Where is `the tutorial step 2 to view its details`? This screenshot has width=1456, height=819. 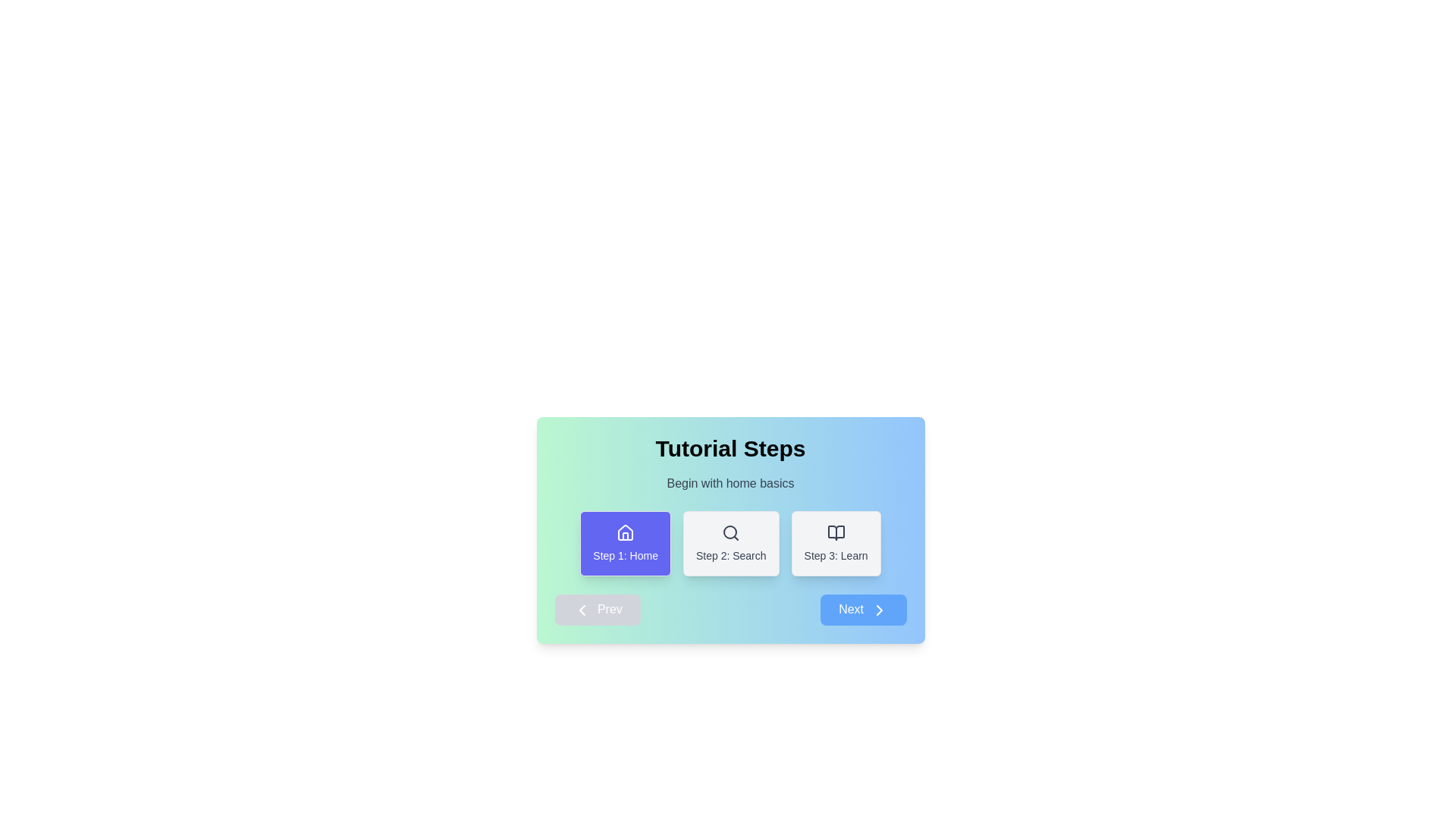
the tutorial step 2 to view its details is located at coordinates (731, 543).